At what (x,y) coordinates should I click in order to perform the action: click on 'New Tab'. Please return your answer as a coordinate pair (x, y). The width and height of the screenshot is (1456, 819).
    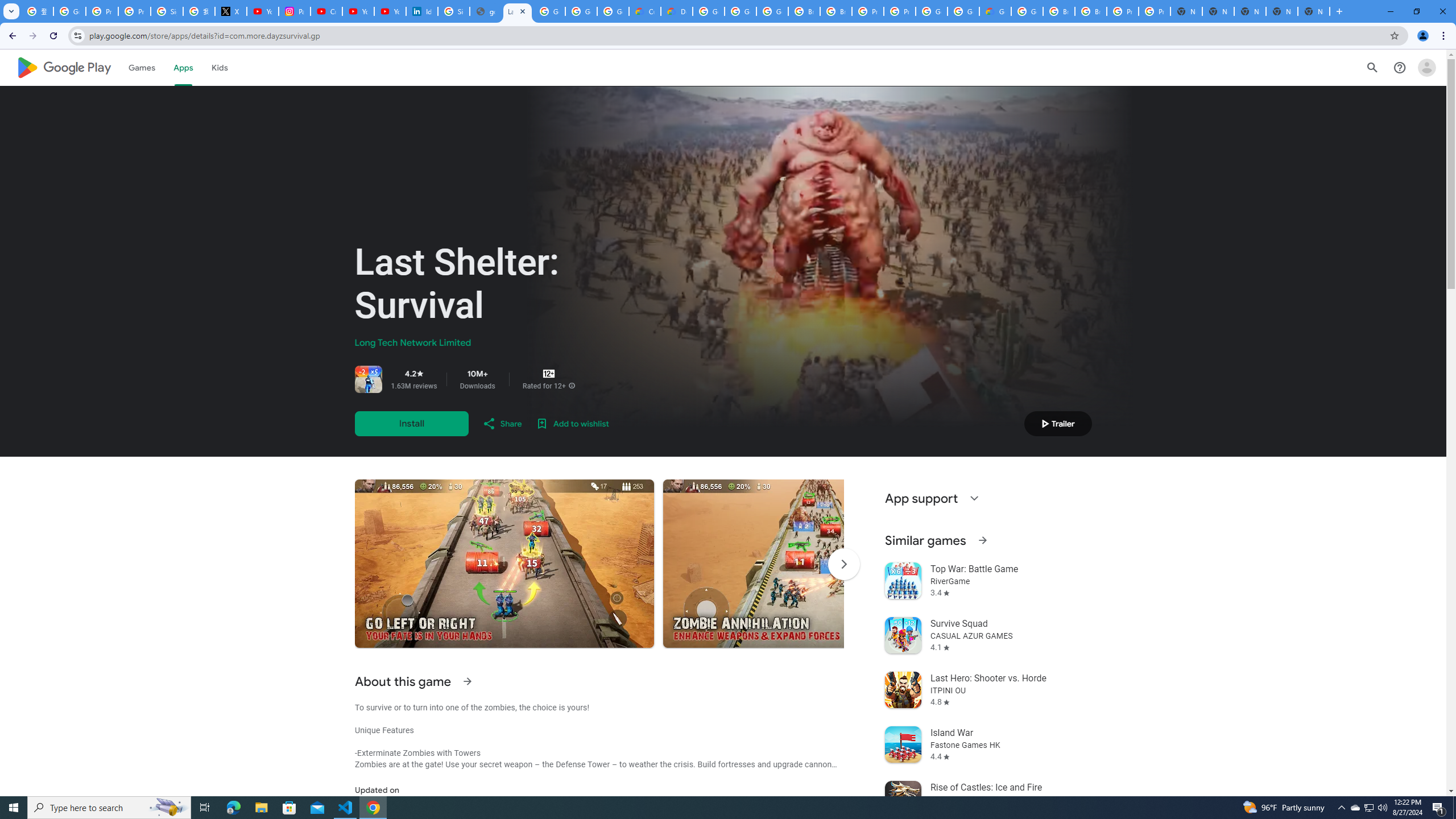
    Looking at the image, I should click on (1314, 11).